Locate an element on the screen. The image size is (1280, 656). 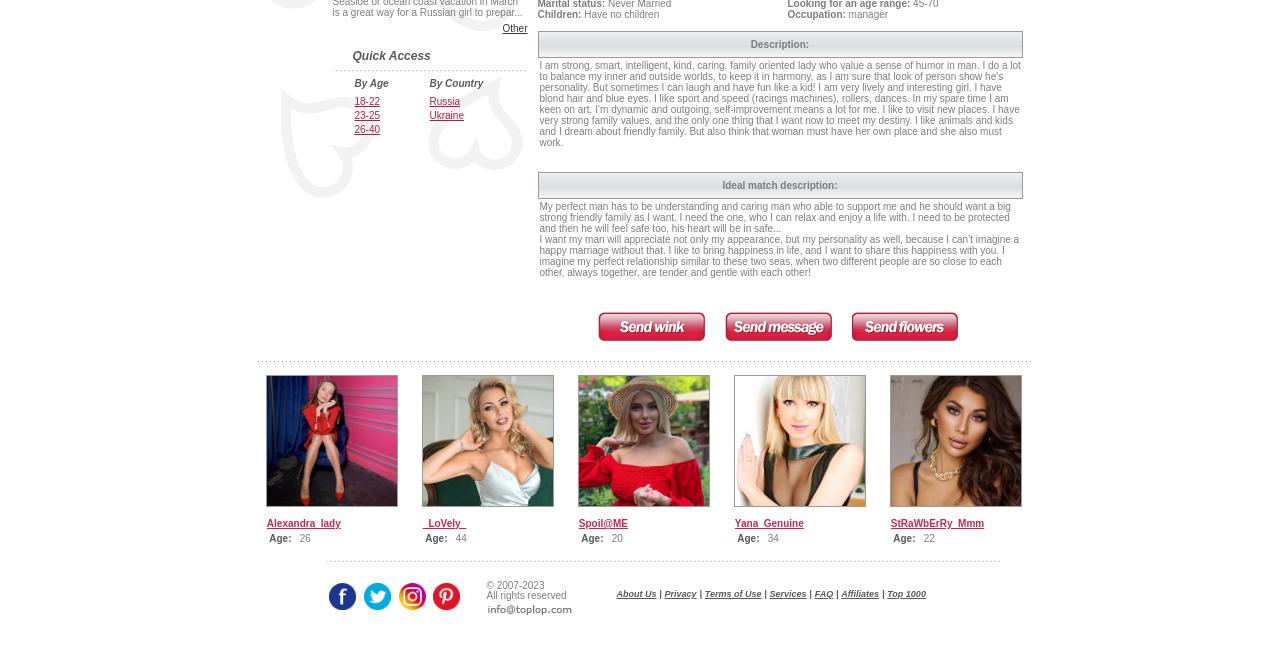
'20' is located at coordinates (609, 538).